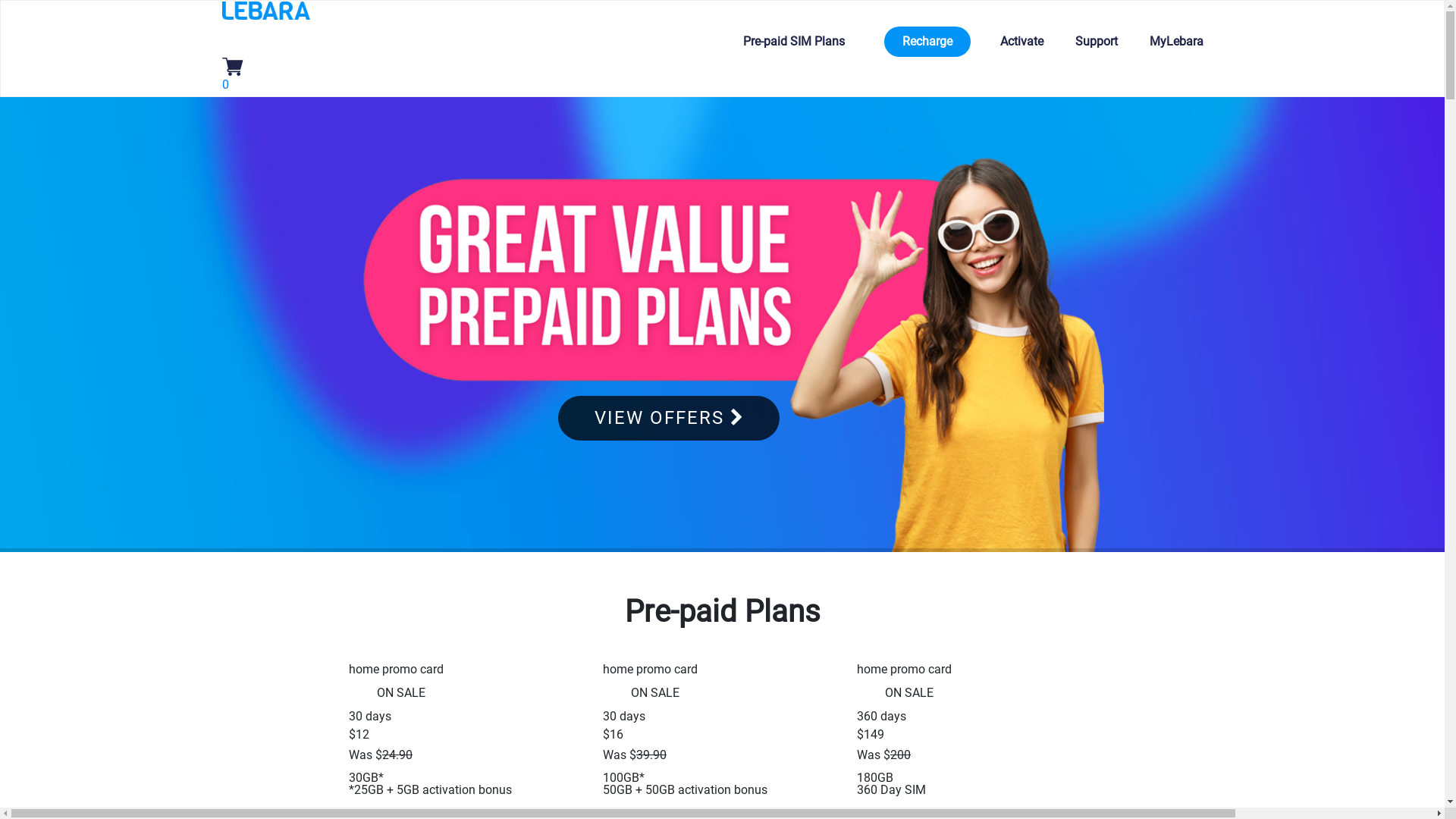 This screenshot has height=819, width=1456. What do you see at coordinates (732, 40) in the screenshot?
I see `'Pre-paid SIM Plans'` at bounding box center [732, 40].